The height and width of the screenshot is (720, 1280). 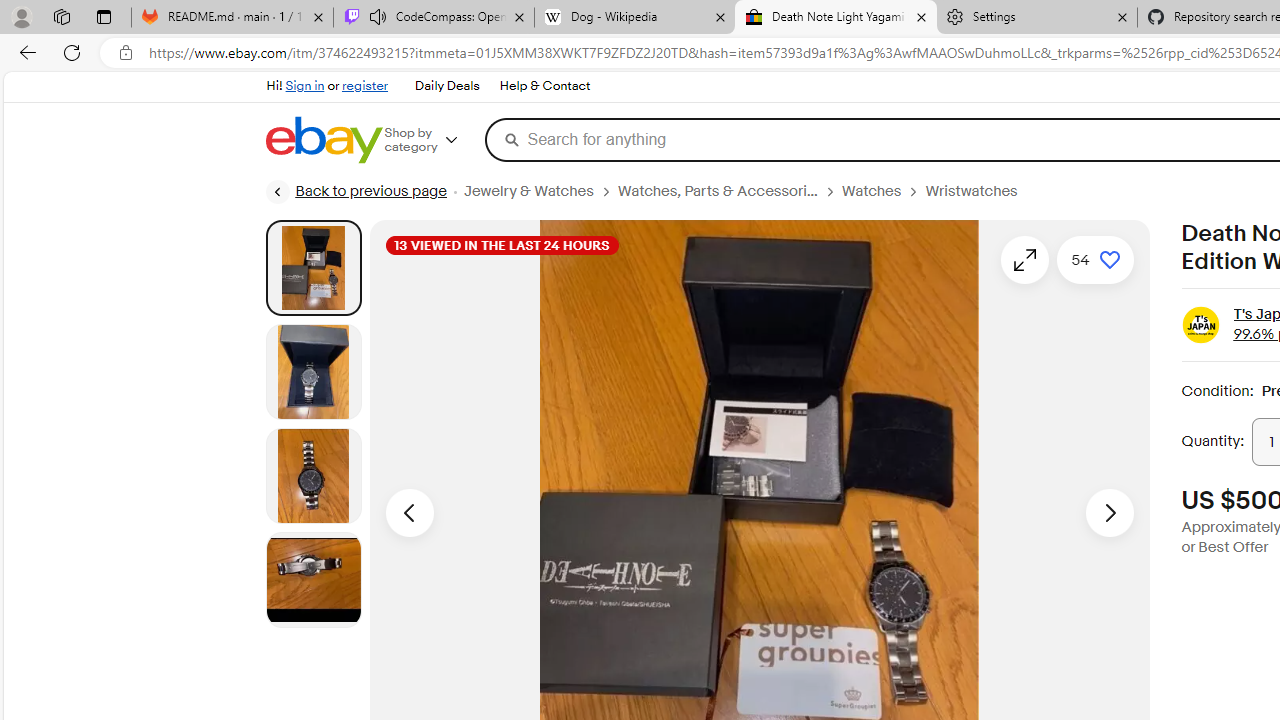 What do you see at coordinates (528, 191) in the screenshot?
I see `'Jewelry & Watches'` at bounding box center [528, 191].